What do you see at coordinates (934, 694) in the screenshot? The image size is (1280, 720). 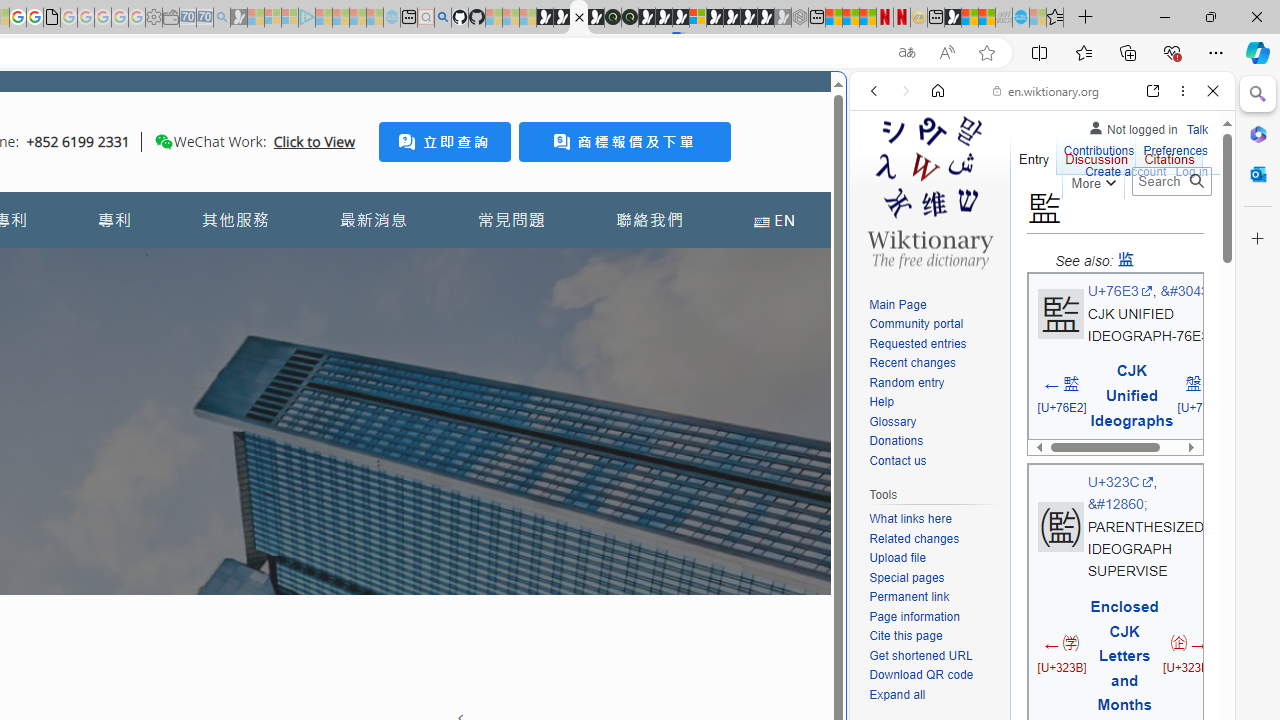 I see `'Expand all'` at bounding box center [934, 694].